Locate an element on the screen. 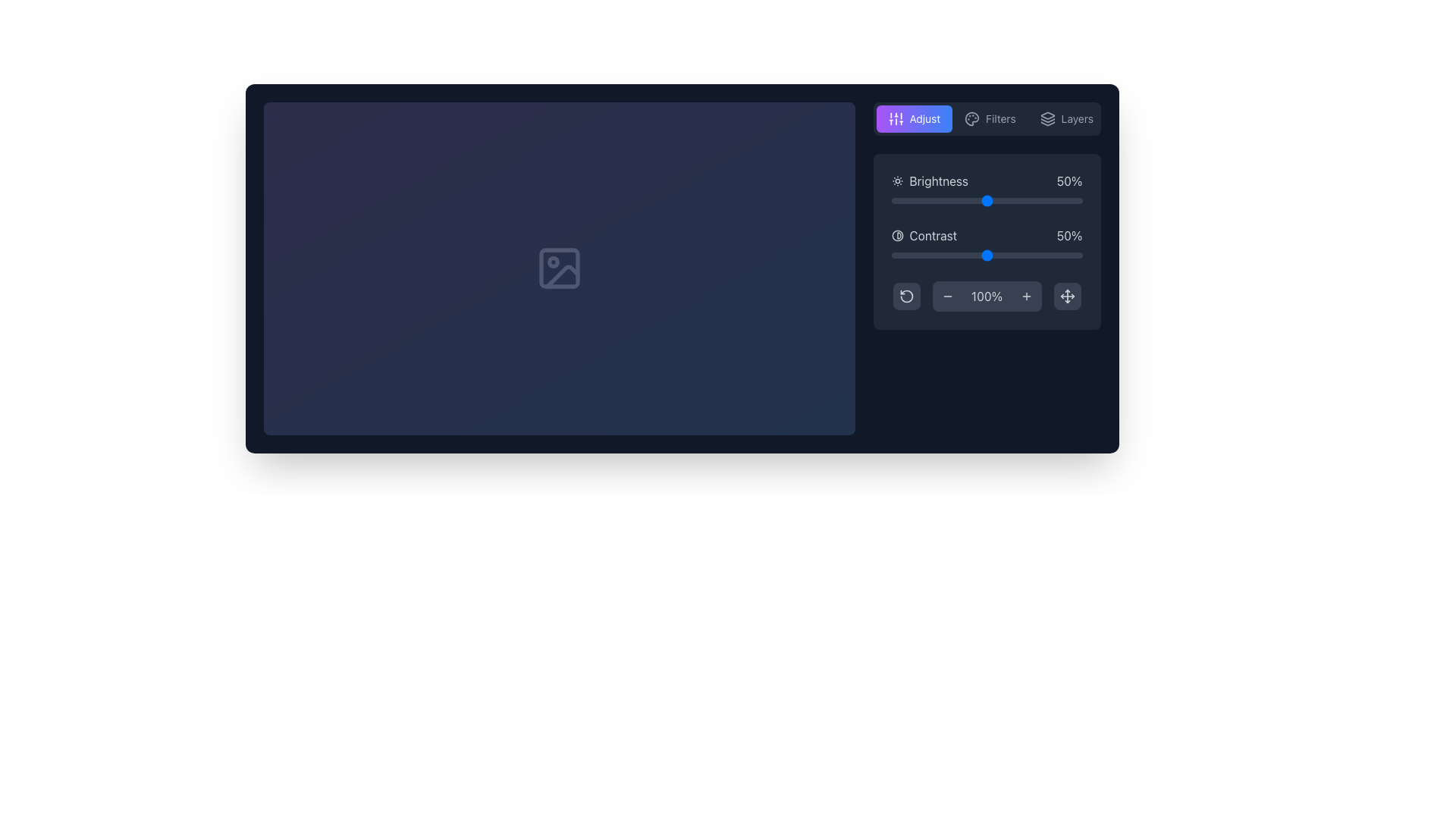 This screenshot has height=819, width=1456. the slider value is located at coordinates (1036, 200).